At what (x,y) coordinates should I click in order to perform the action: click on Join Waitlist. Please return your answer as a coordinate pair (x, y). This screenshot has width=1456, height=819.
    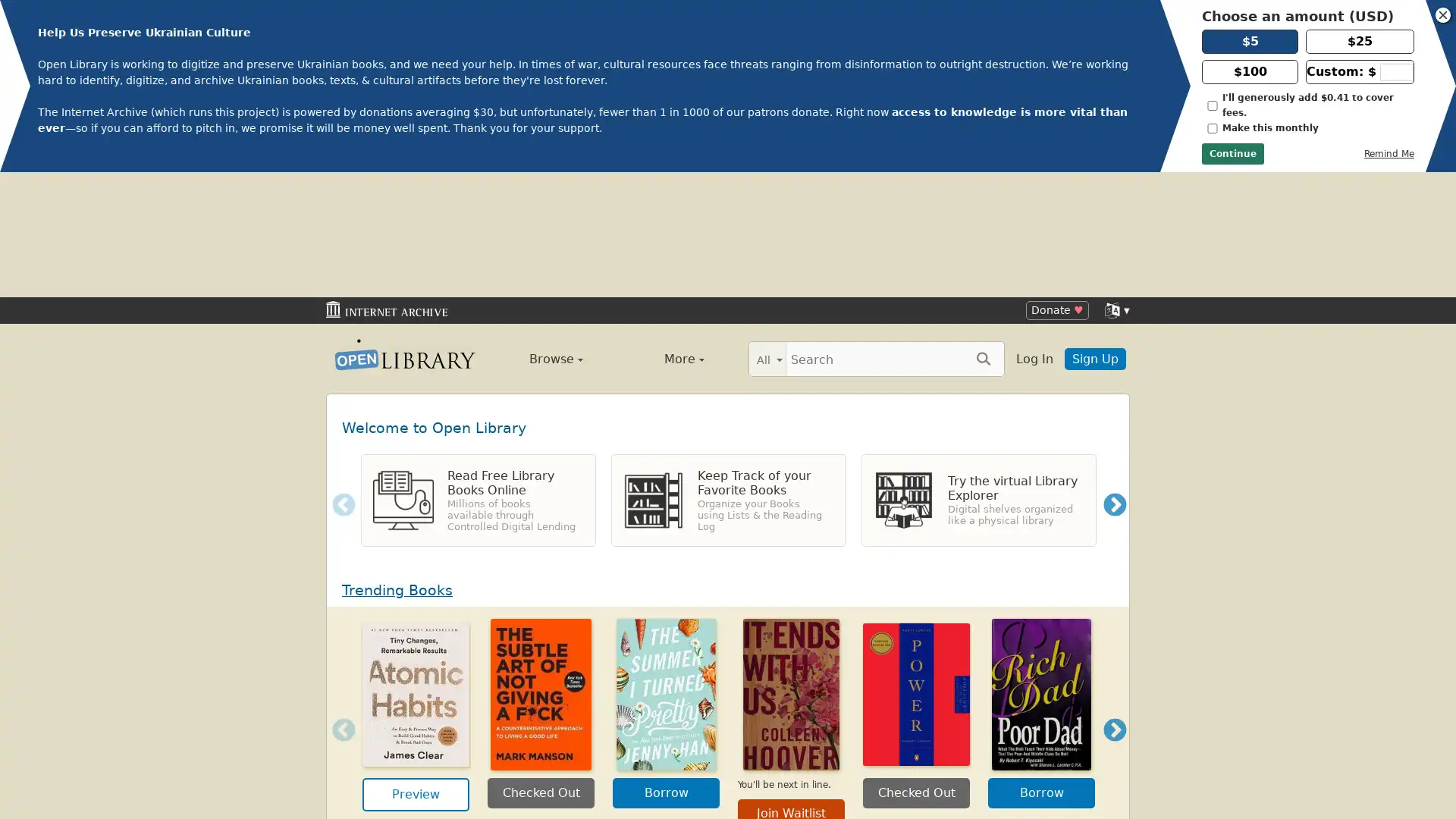
    Looking at the image, I should click on (790, 688).